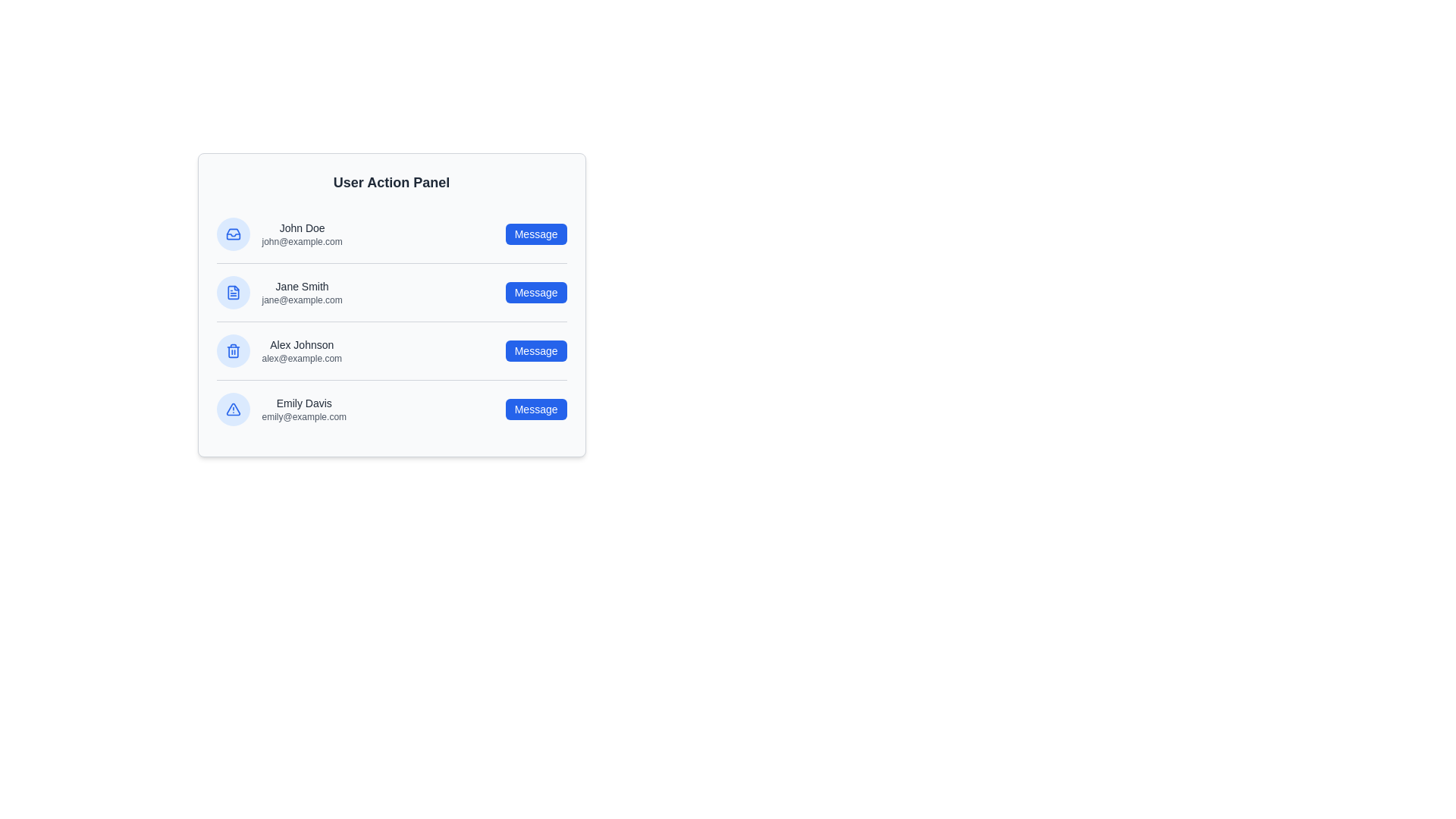  What do you see at coordinates (232, 409) in the screenshot?
I see `the profile icon of Emily Davis` at bounding box center [232, 409].